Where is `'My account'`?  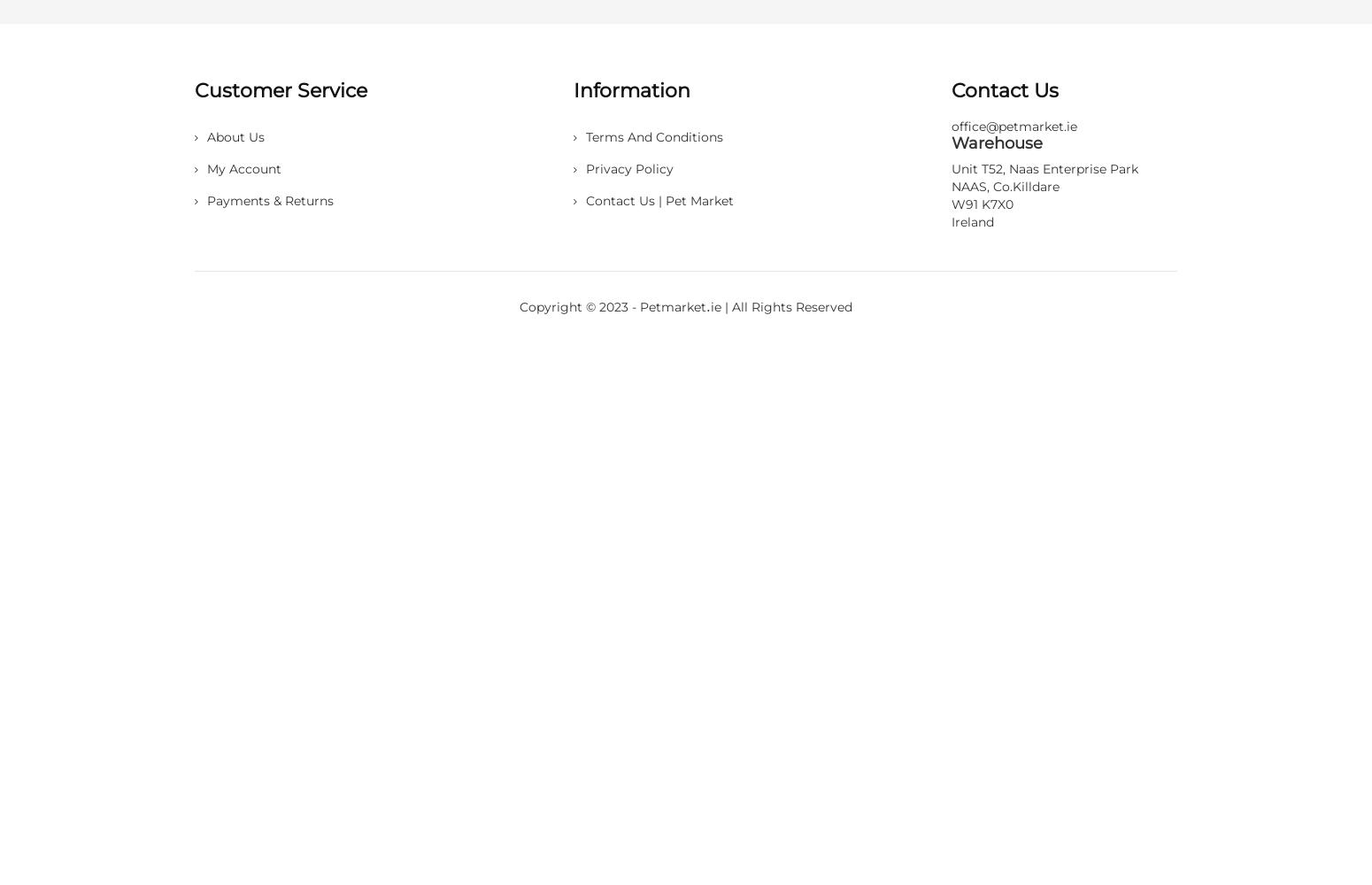
'My account' is located at coordinates (244, 168).